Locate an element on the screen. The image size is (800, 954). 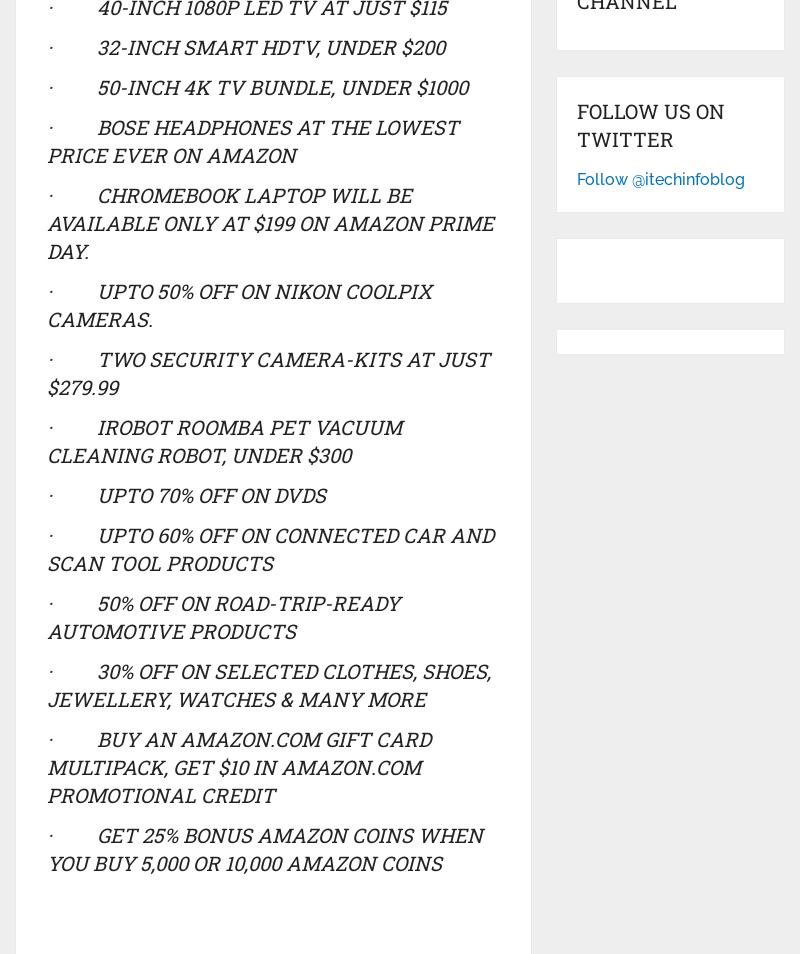
'Follow @itechinfoblog' is located at coordinates (659, 177).